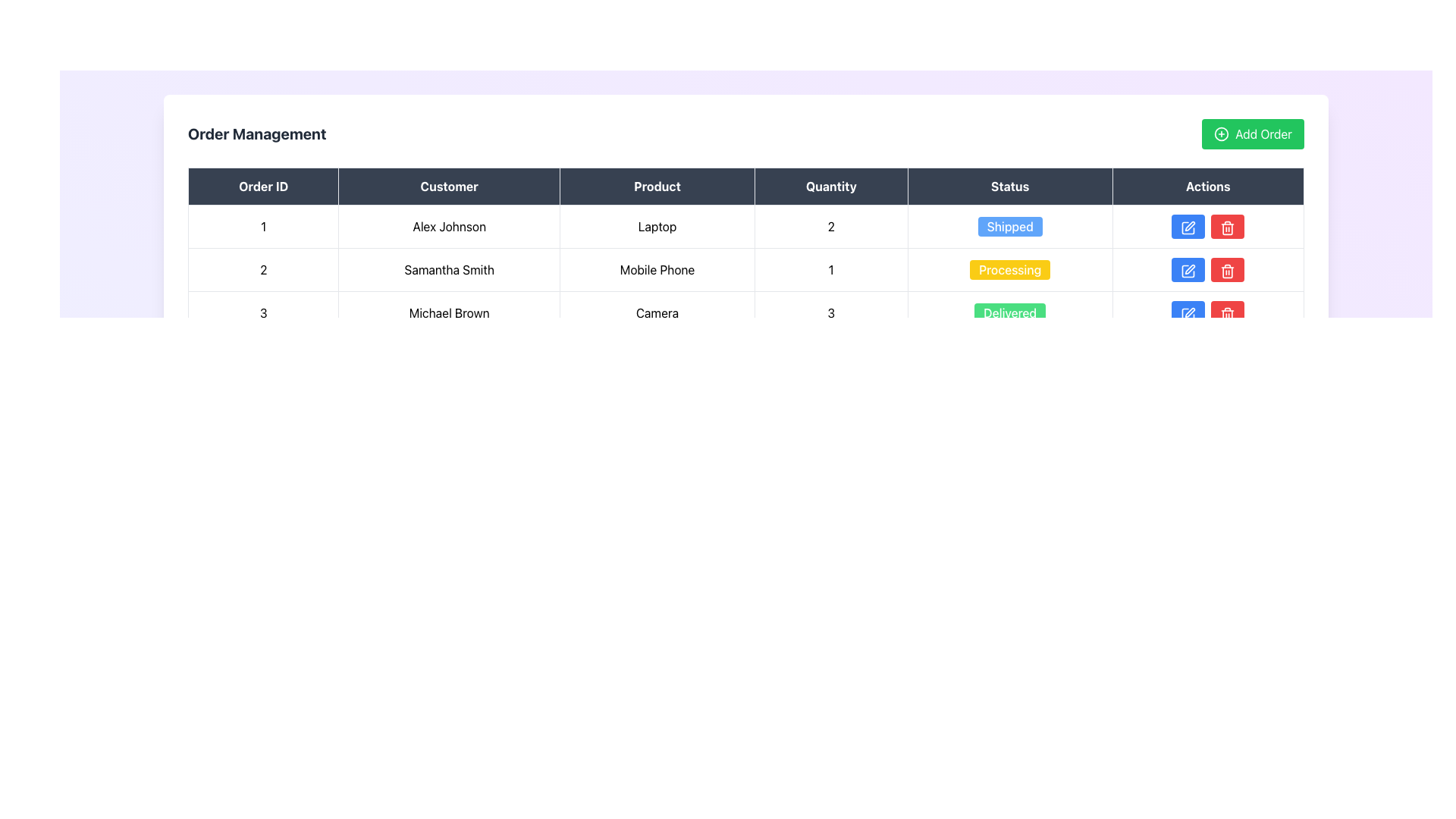 This screenshot has width=1456, height=819. Describe the element at coordinates (1207, 186) in the screenshot. I see `the header label for the 'Actions' column in the table, which is positioned in the far-right column of the header row, immediately following the 'Status' column` at that location.